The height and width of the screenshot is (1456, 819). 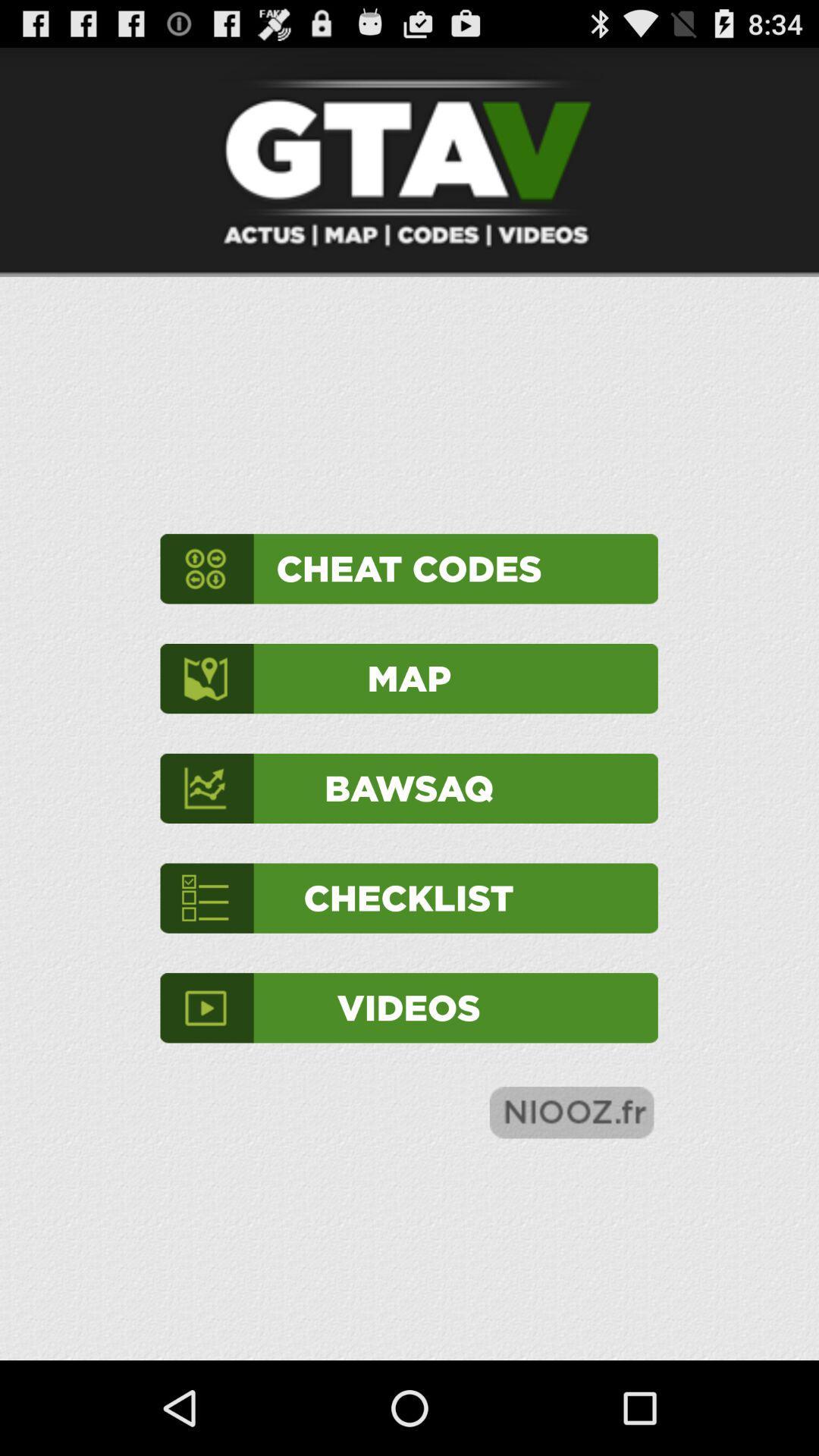 What do you see at coordinates (572, 1112) in the screenshot?
I see `the item at the bottom right corner` at bounding box center [572, 1112].